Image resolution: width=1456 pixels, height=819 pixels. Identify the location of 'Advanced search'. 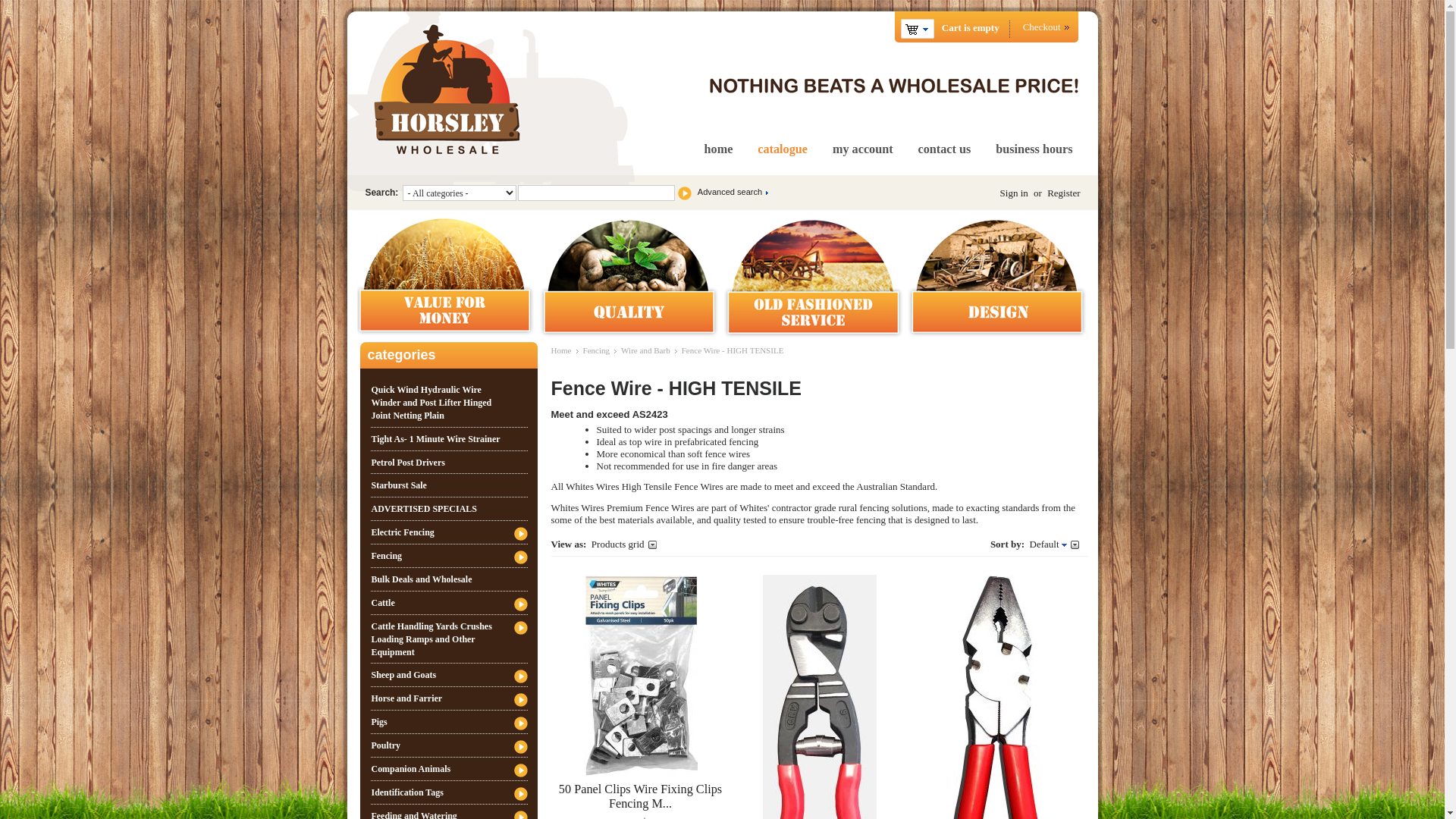
(731, 191).